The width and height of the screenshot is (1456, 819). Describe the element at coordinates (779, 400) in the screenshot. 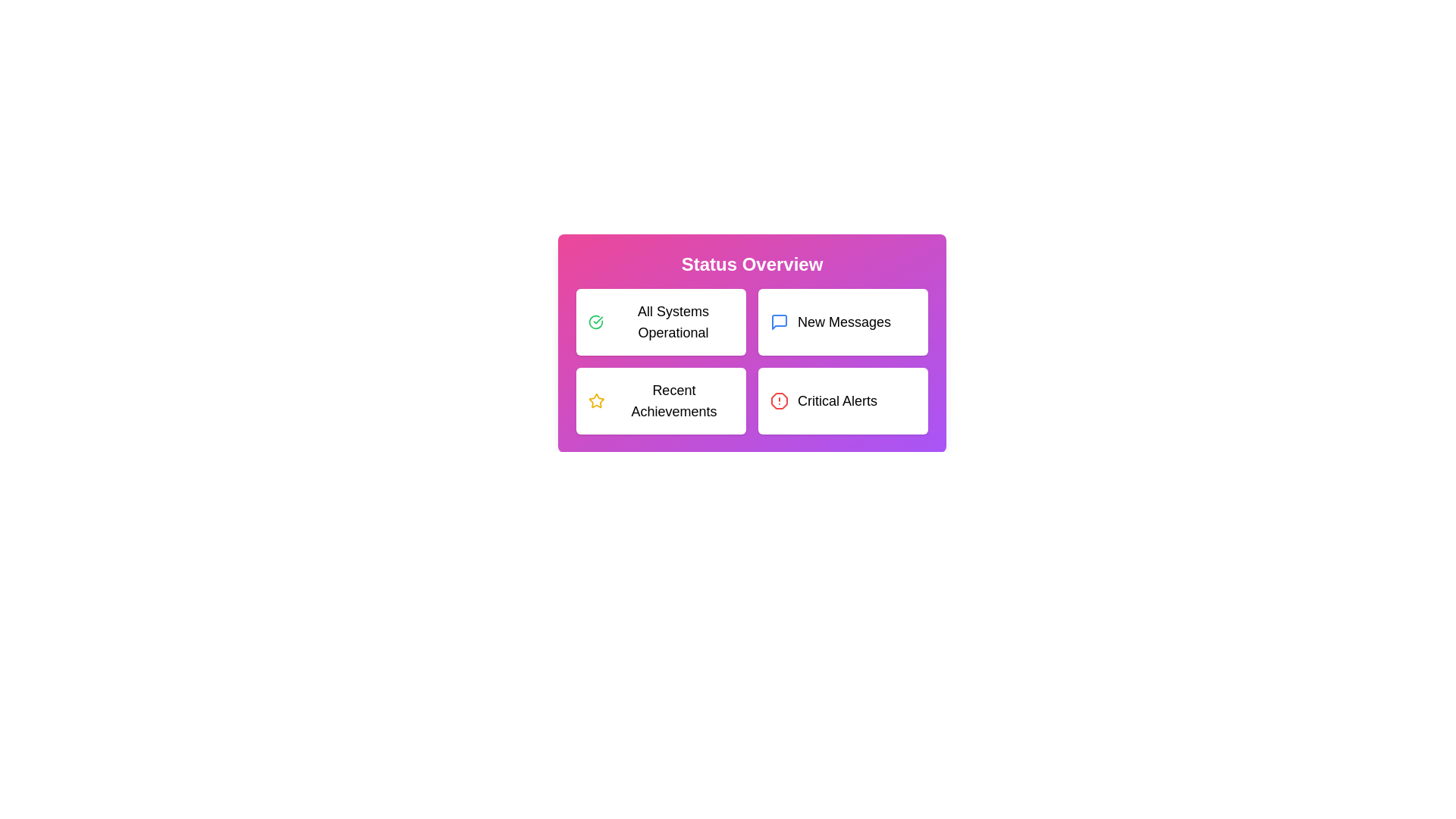

I see `the critical alert icon located in the lower-right quadrant of the grid under 'Status Overview' to interpret the alert status` at that location.